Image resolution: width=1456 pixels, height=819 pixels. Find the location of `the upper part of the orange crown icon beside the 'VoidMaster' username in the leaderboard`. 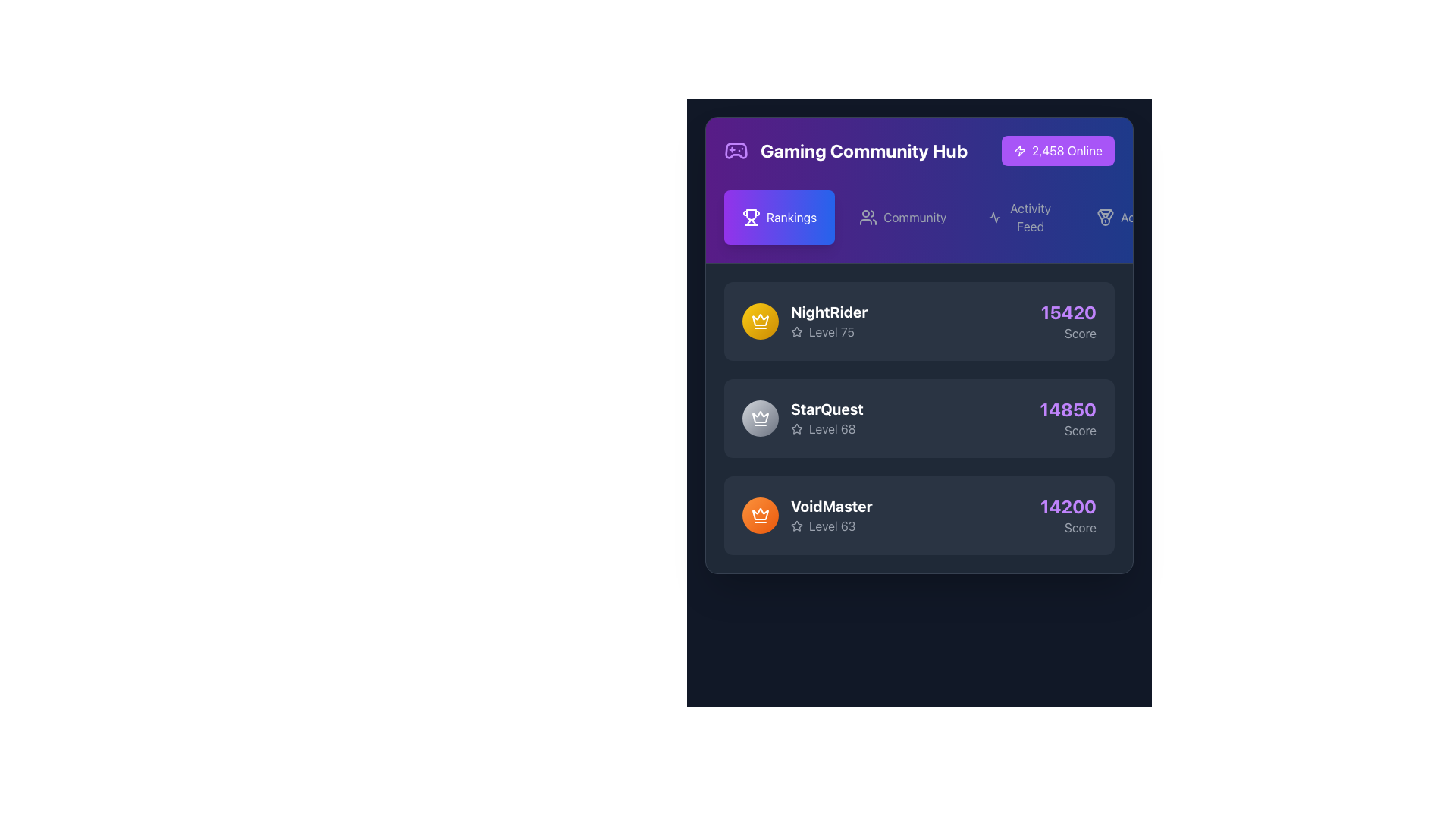

the upper part of the orange crown icon beside the 'VoidMaster' username in the leaderboard is located at coordinates (761, 513).